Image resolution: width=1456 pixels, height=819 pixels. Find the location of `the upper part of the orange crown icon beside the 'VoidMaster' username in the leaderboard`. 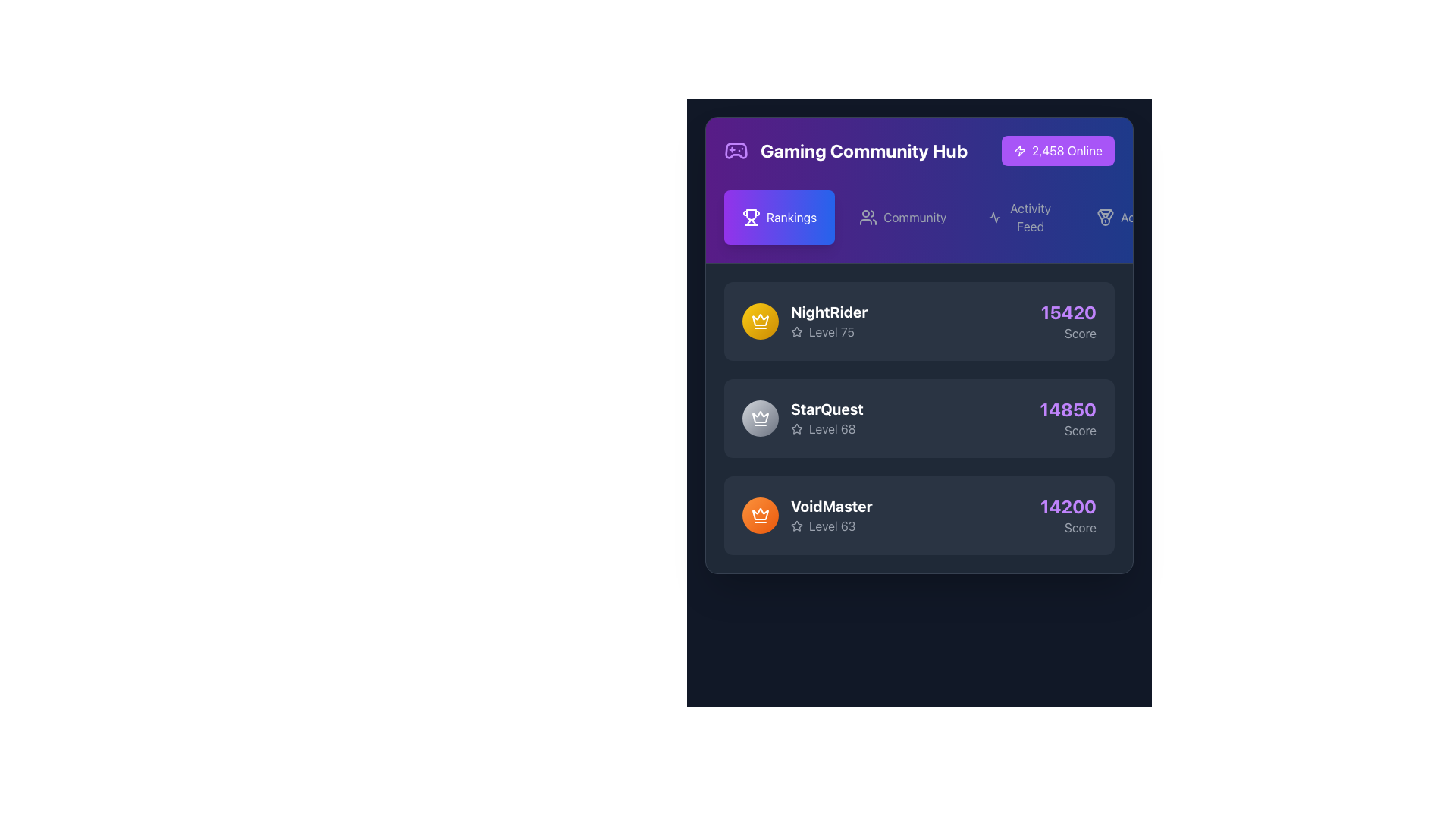

the upper part of the orange crown icon beside the 'VoidMaster' username in the leaderboard is located at coordinates (761, 513).